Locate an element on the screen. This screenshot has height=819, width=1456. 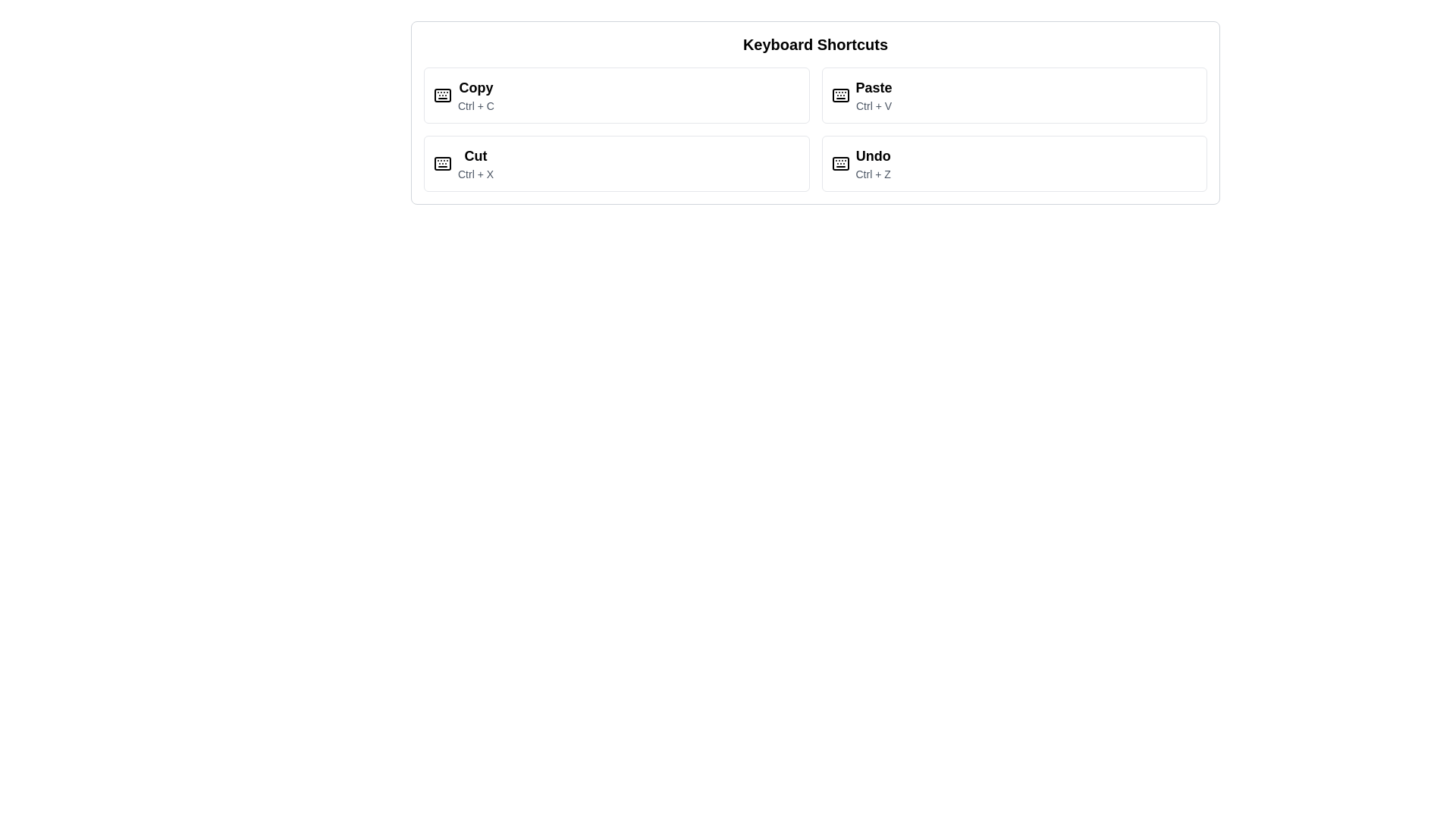
the text label indicating the keyboard shortcut for the 'Copy' command, which is located in the upper-left section of the interface, under the 'Copy' label in a two-column shortcut list is located at coordinates (475, 105).